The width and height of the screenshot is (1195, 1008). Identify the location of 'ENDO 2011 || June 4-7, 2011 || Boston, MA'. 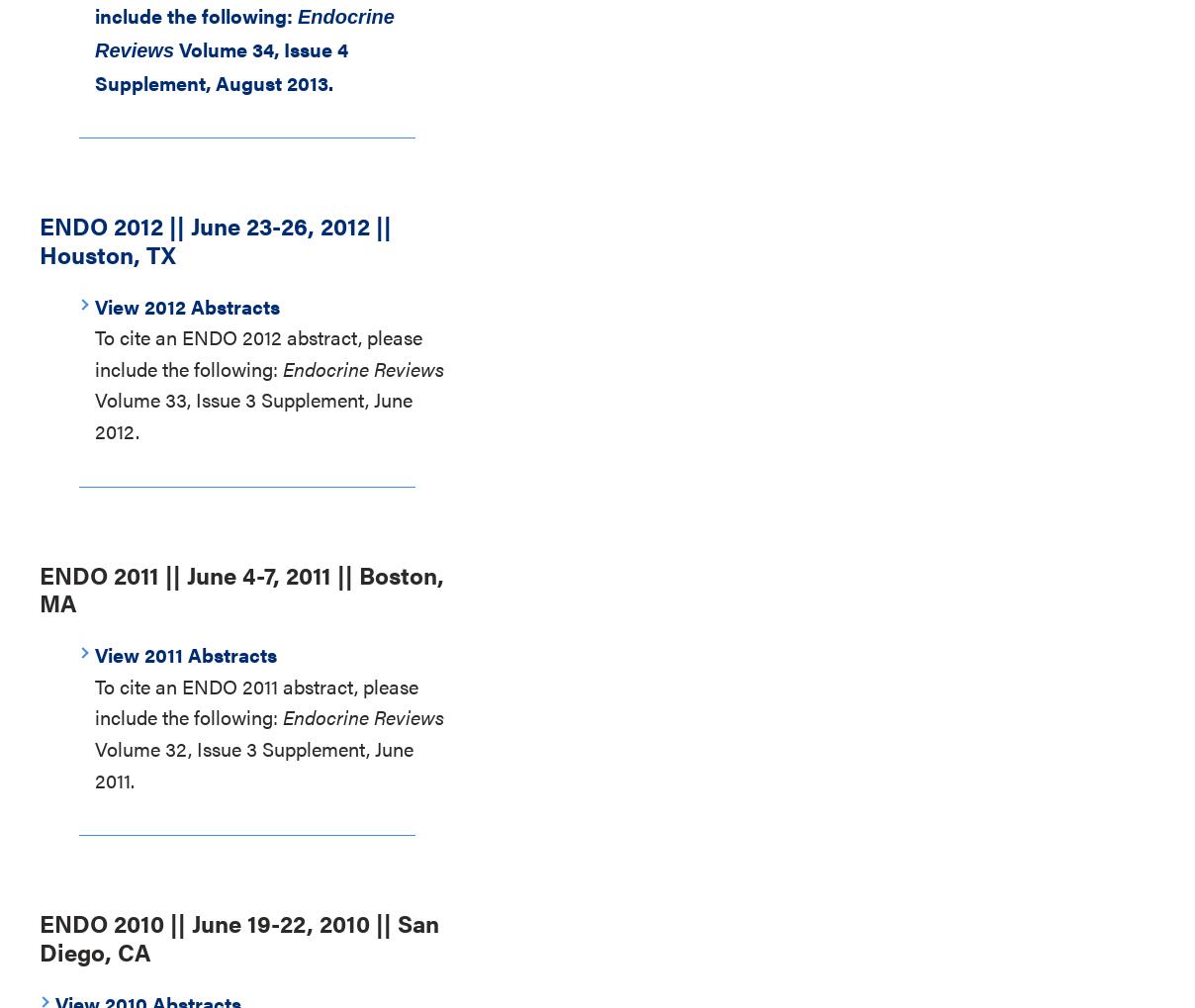
(241, 587).